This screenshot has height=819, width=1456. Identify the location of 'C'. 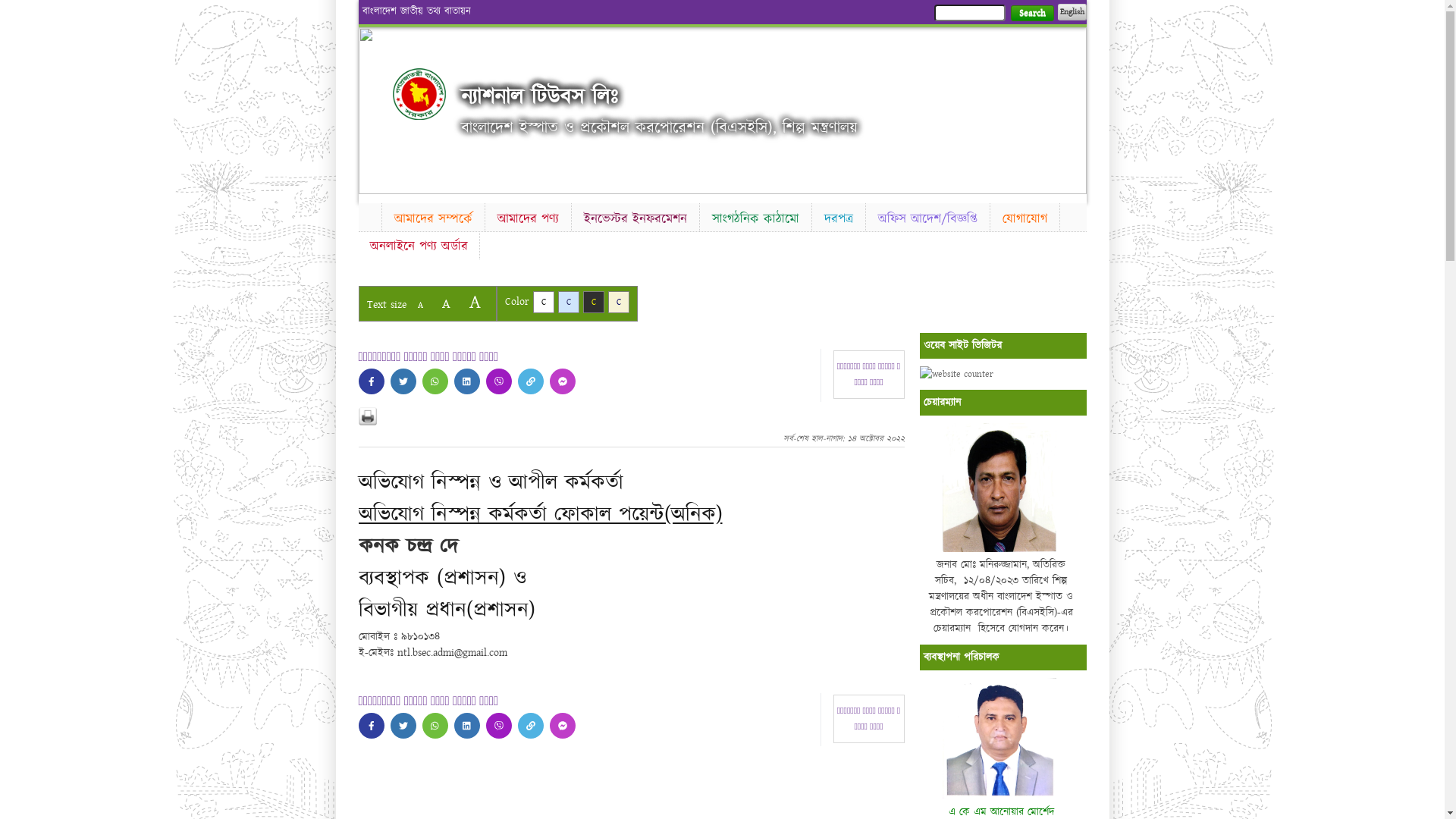
(532, 302).